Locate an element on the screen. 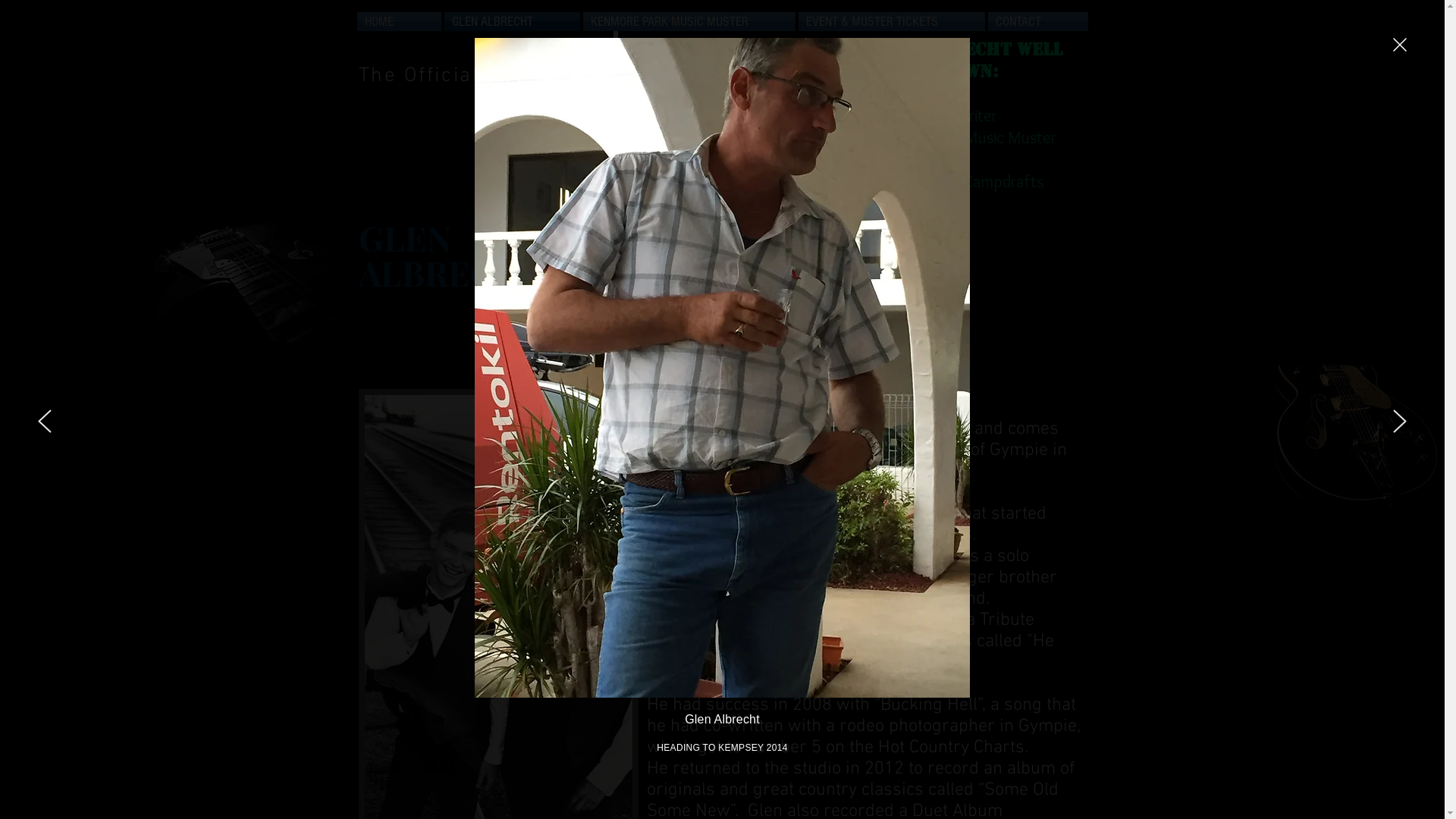 The image size is (1456, 819). 'GLEN ALBRECHT' is located at coordinates (512, 21).